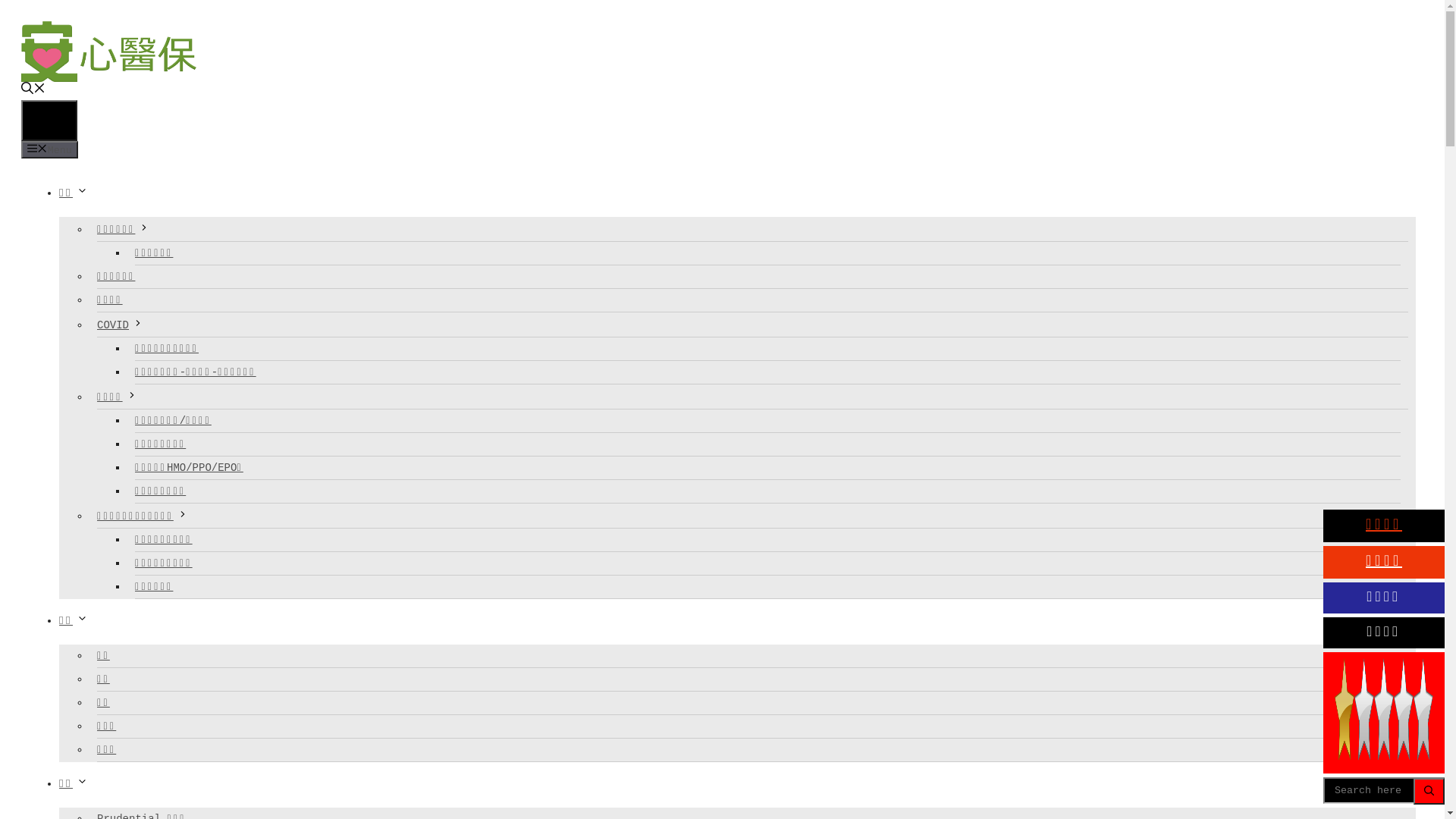 The image size is (1456, 819). What do you see at coordinates (49, 149) in the screenshot?
I see `'Menu'` at bounding box center [49, 149].